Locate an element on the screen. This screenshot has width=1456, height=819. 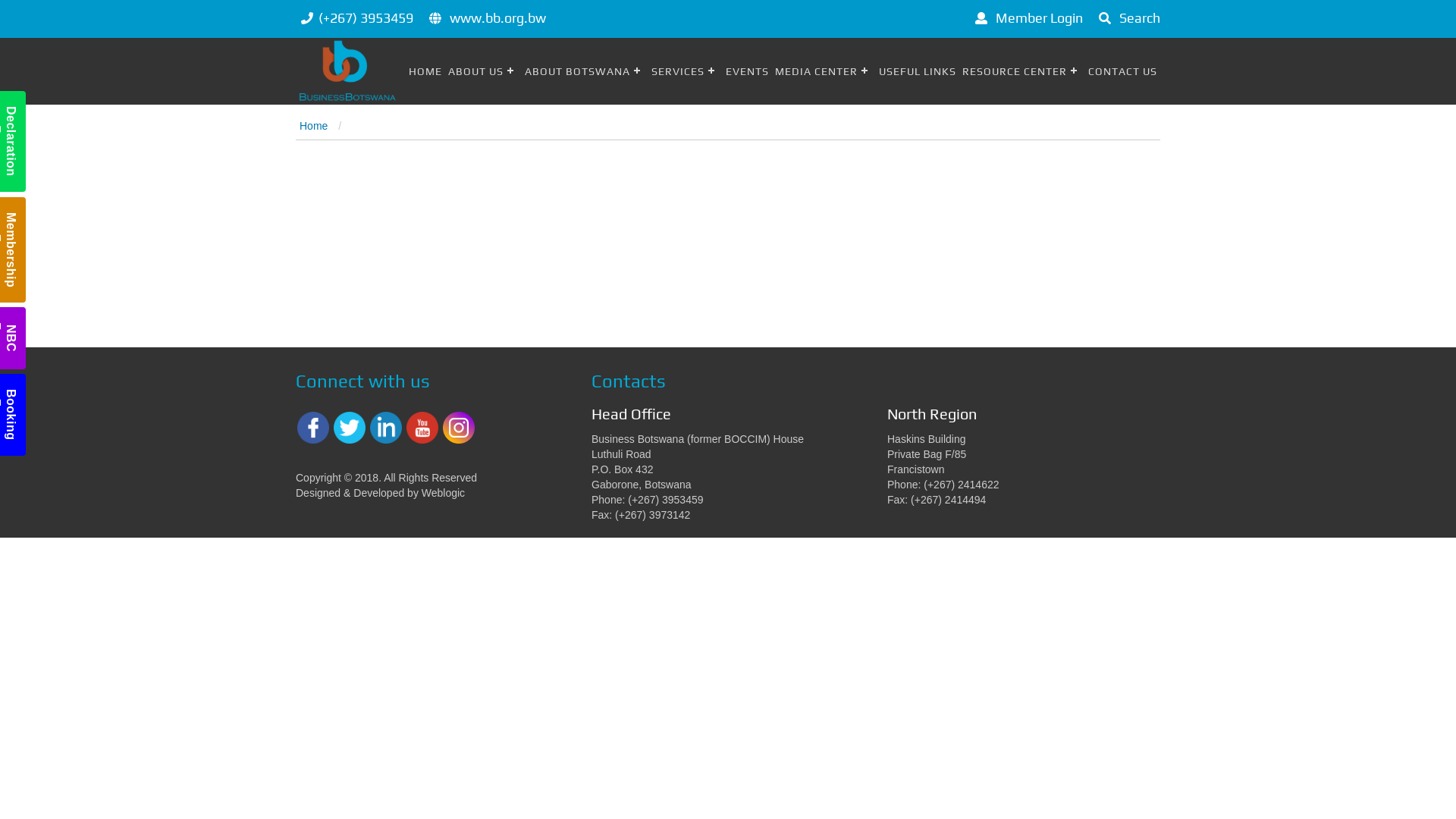
'www.bb.org.bw' is located at coordinates (497, 17).